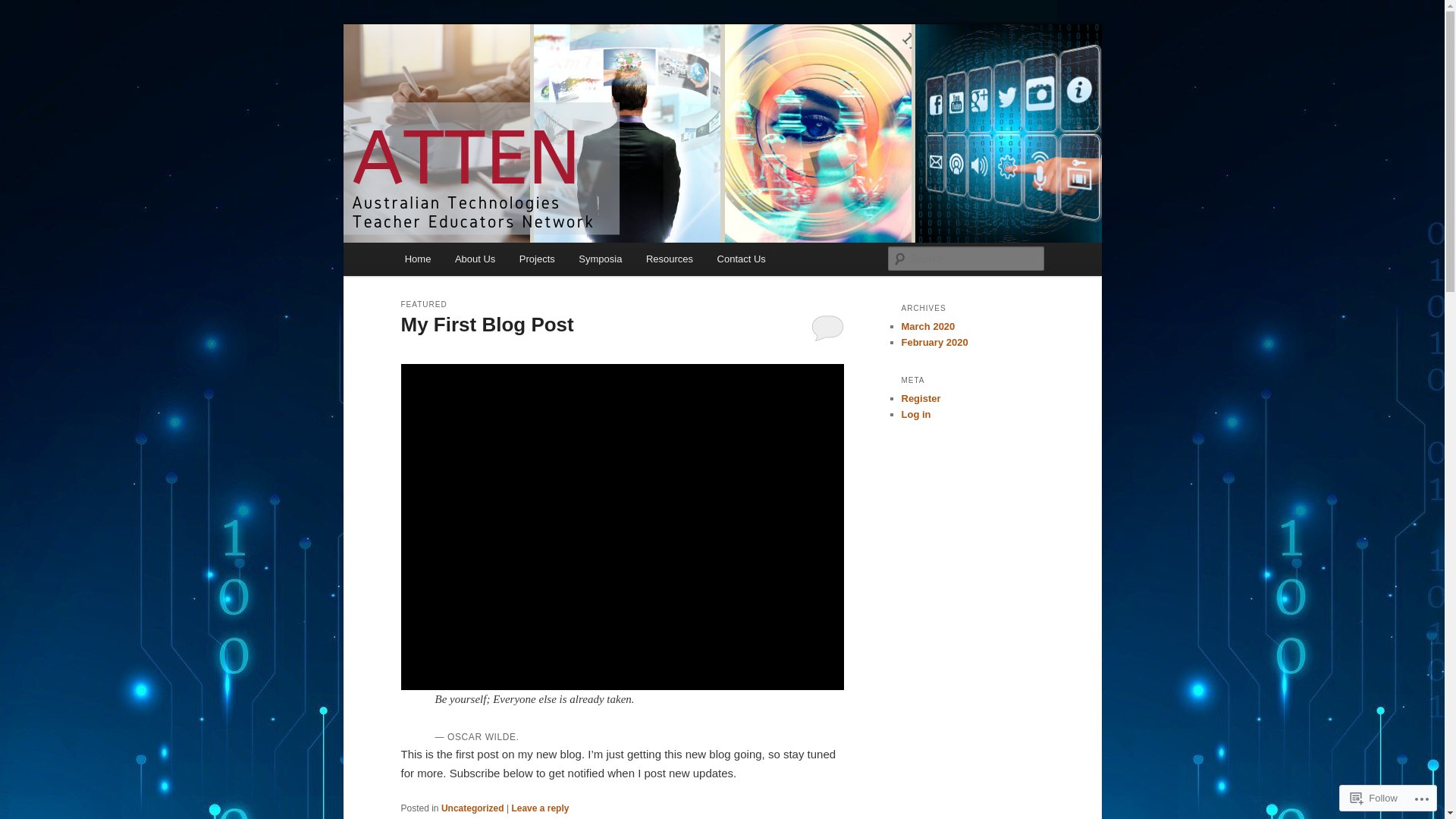 This screenshot has height=819, width=1456. Describe the element at coordinates (600, 258) in the screenshot. I see `'Symposia'` at that location.